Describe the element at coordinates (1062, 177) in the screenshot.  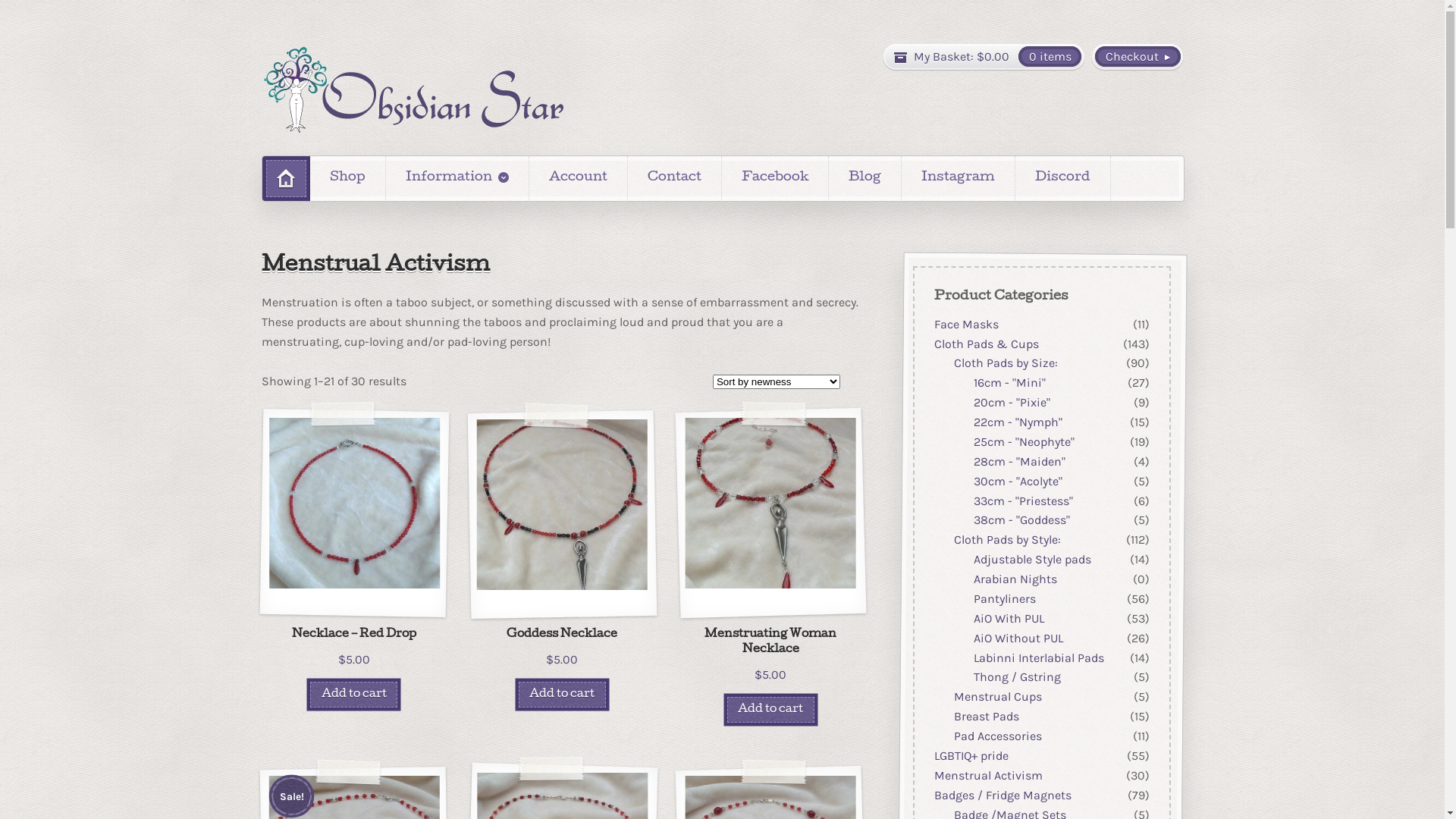
I see `'Discord'` at that location.